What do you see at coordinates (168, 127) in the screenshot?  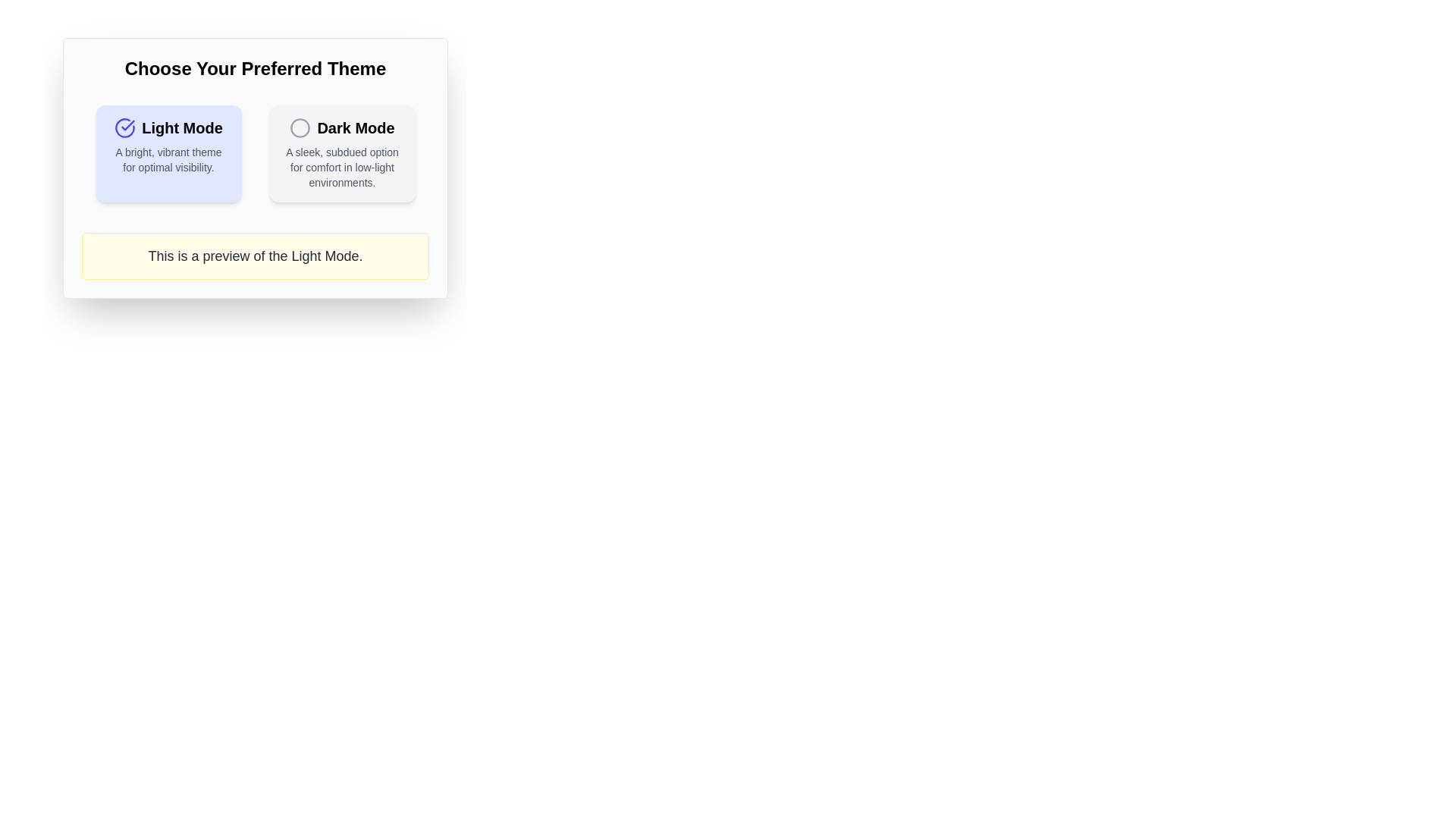 I see `'Light Mode' label, which is the title for the bright theme option located at the top of the left option card under 'Choose Your Preferred Theme'` at bounding box center [168, 127].